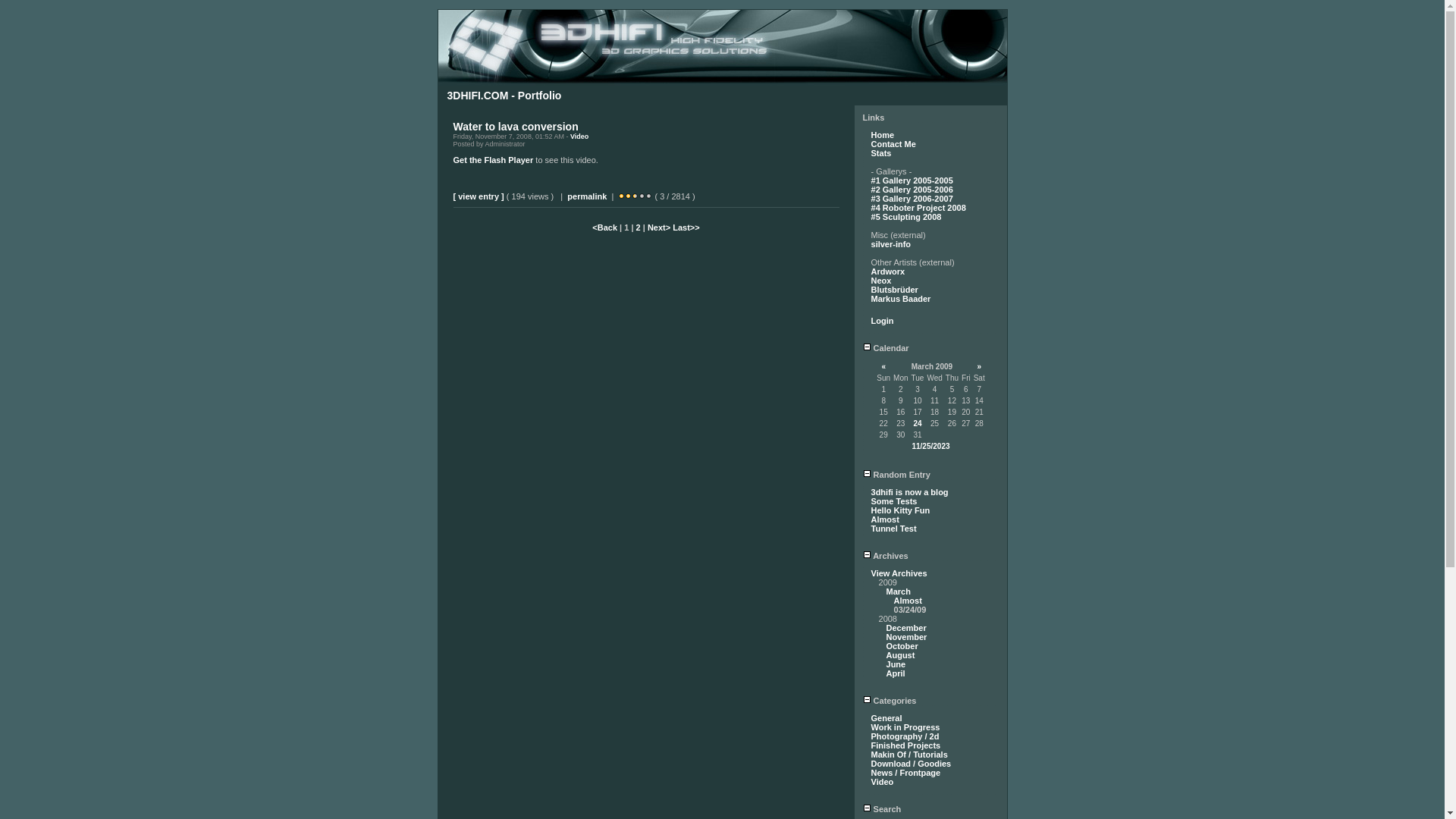 The width and height of the screenshot is (1456, 819). Describe the element at coordinates (906, 637) in the screenshot. I see `'November'` at that location.